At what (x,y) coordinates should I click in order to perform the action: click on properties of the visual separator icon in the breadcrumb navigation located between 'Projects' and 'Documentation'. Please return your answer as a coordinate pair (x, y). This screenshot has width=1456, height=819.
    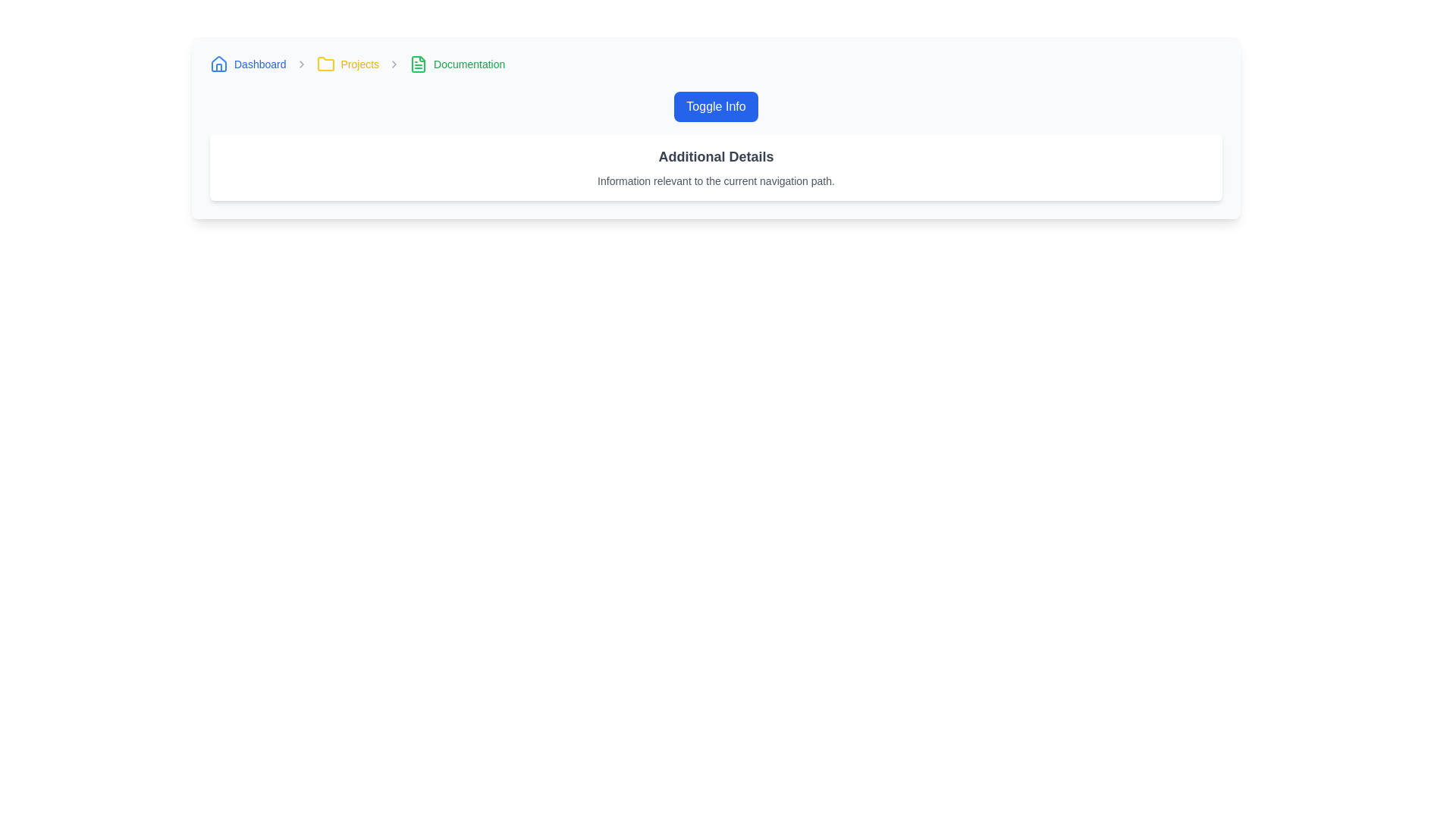
    Looking at the image, I should click on (394, 63).